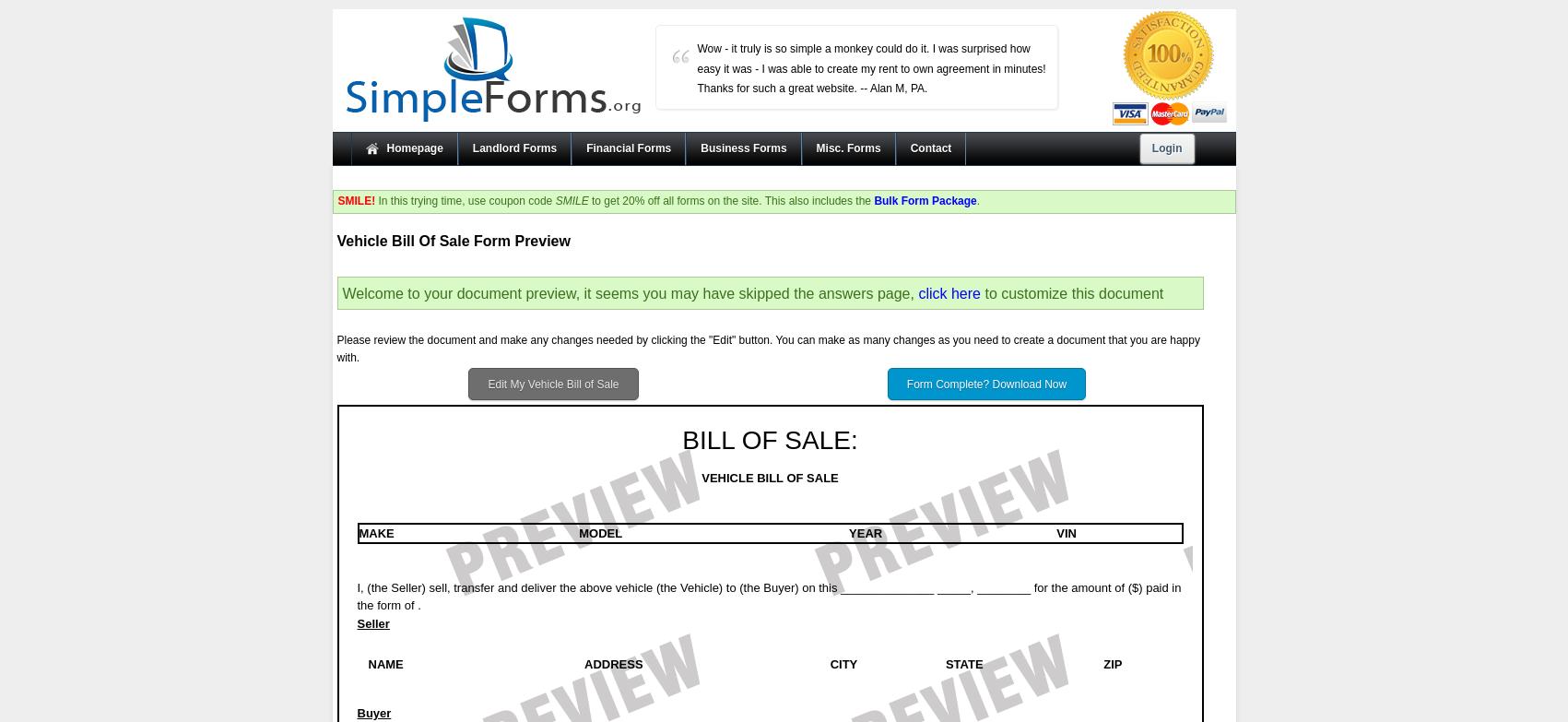 The height and width of the screenshot is (722, 1568). I want to click on 'Please review the document and make any changes needed by clicking the "Edit" button. You can make as many changes as you need to create a document that you are happy with.', so click(336, 349).